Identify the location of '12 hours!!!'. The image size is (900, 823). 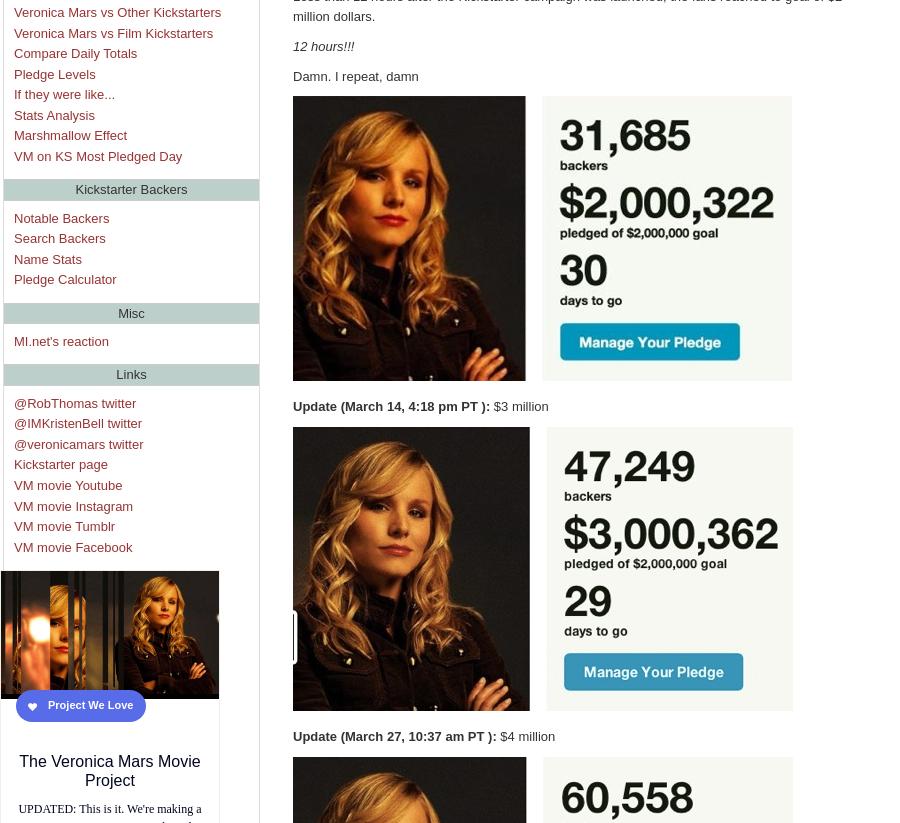
(322, 45).